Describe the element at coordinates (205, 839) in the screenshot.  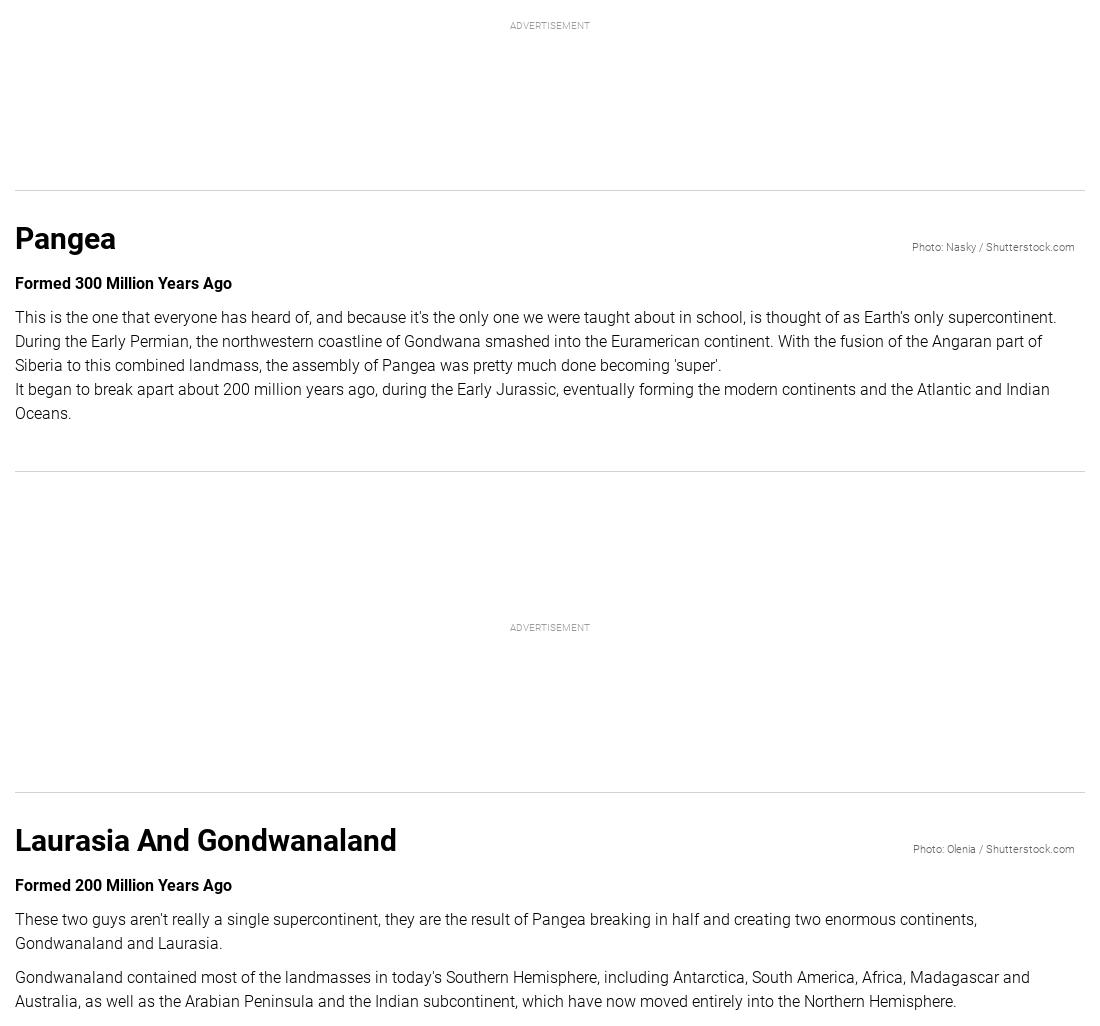
I see `'Laurasia And Gondwanaland'` at that location.